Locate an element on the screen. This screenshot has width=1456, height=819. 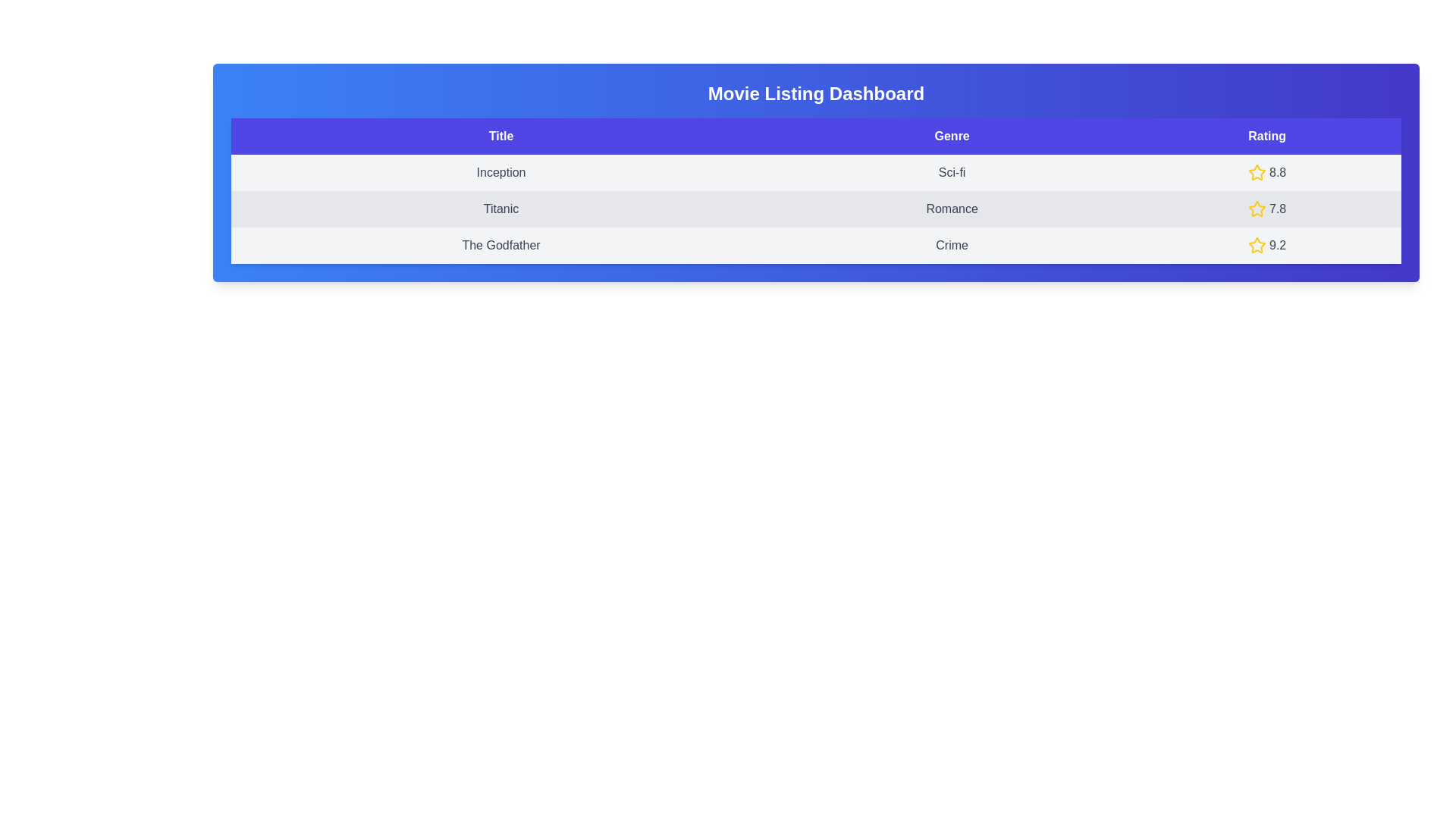
rating value displayed for the movie 'Titanic', which is located in the third column under the 'Rating' header in the second row of the table is located at coordinates (1267, 209).